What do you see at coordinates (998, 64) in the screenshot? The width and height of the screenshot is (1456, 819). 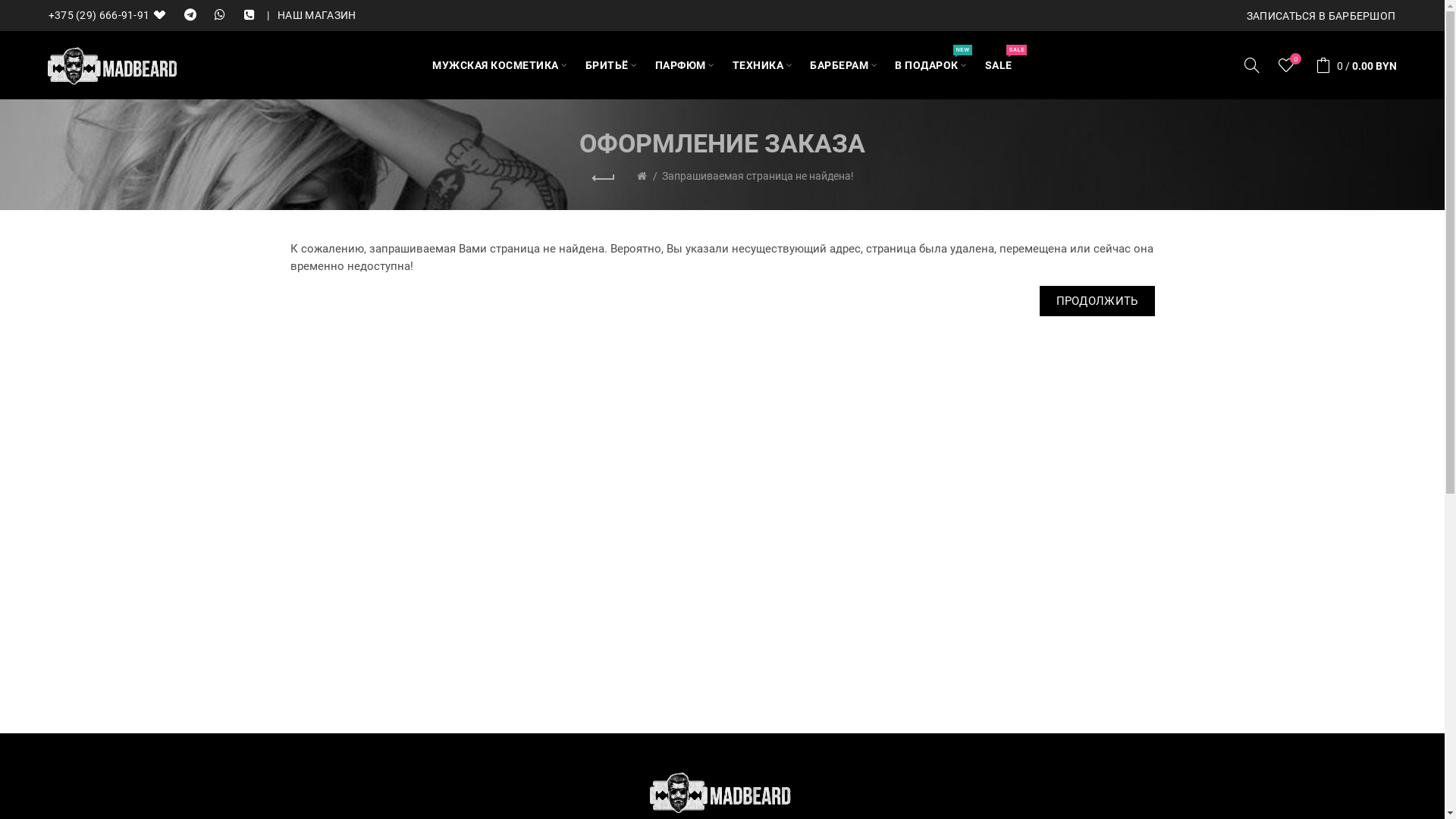 I see `'SALE` at bounding box center [998, 64].